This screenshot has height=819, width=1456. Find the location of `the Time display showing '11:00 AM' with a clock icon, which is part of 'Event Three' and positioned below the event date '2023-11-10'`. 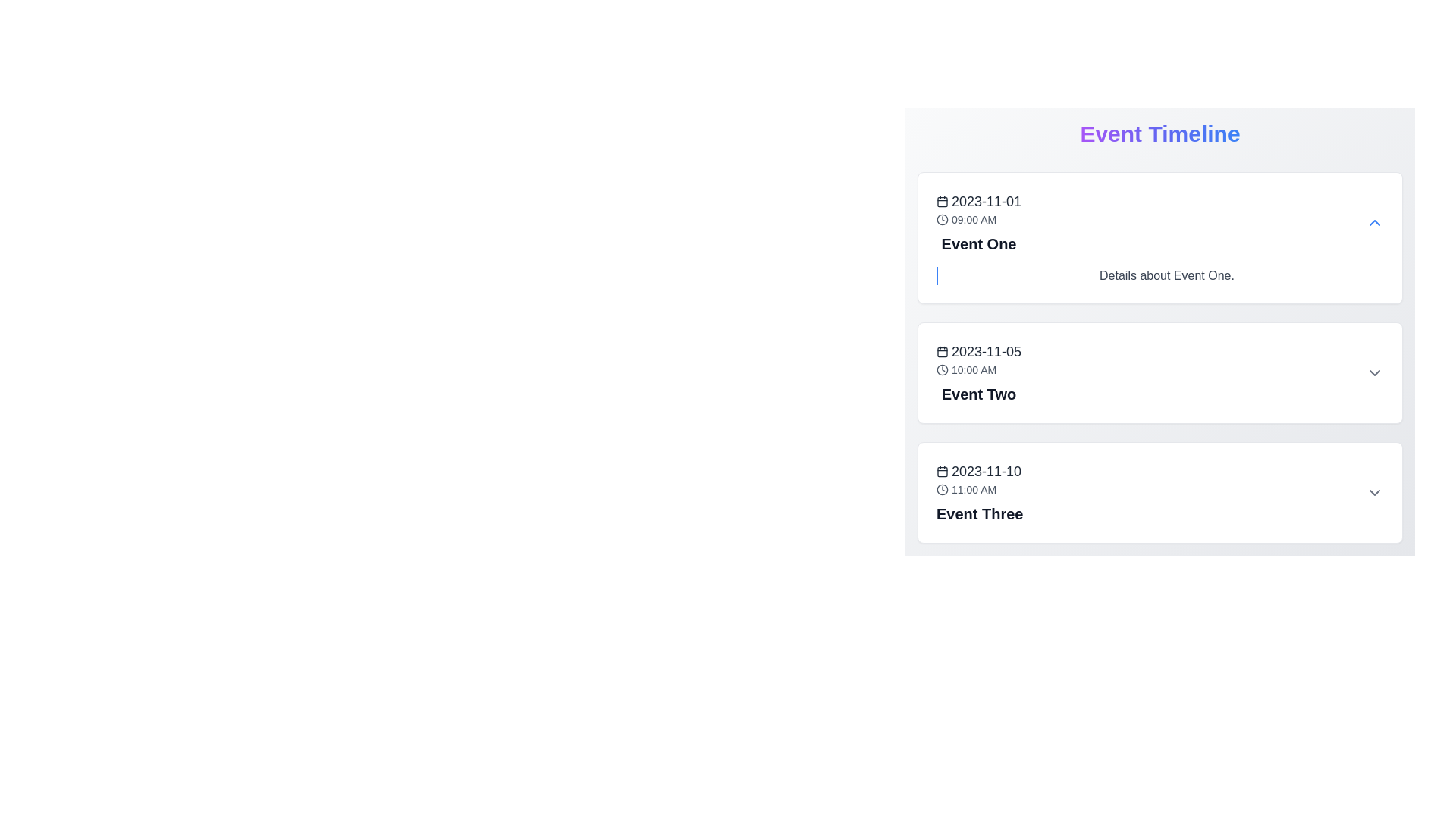

the Time display showing '11:00 AM' with a clock icon, which is part of 'Event Three' and positioned below the event date '2023-11-10' is located at coordinates (980, 489).